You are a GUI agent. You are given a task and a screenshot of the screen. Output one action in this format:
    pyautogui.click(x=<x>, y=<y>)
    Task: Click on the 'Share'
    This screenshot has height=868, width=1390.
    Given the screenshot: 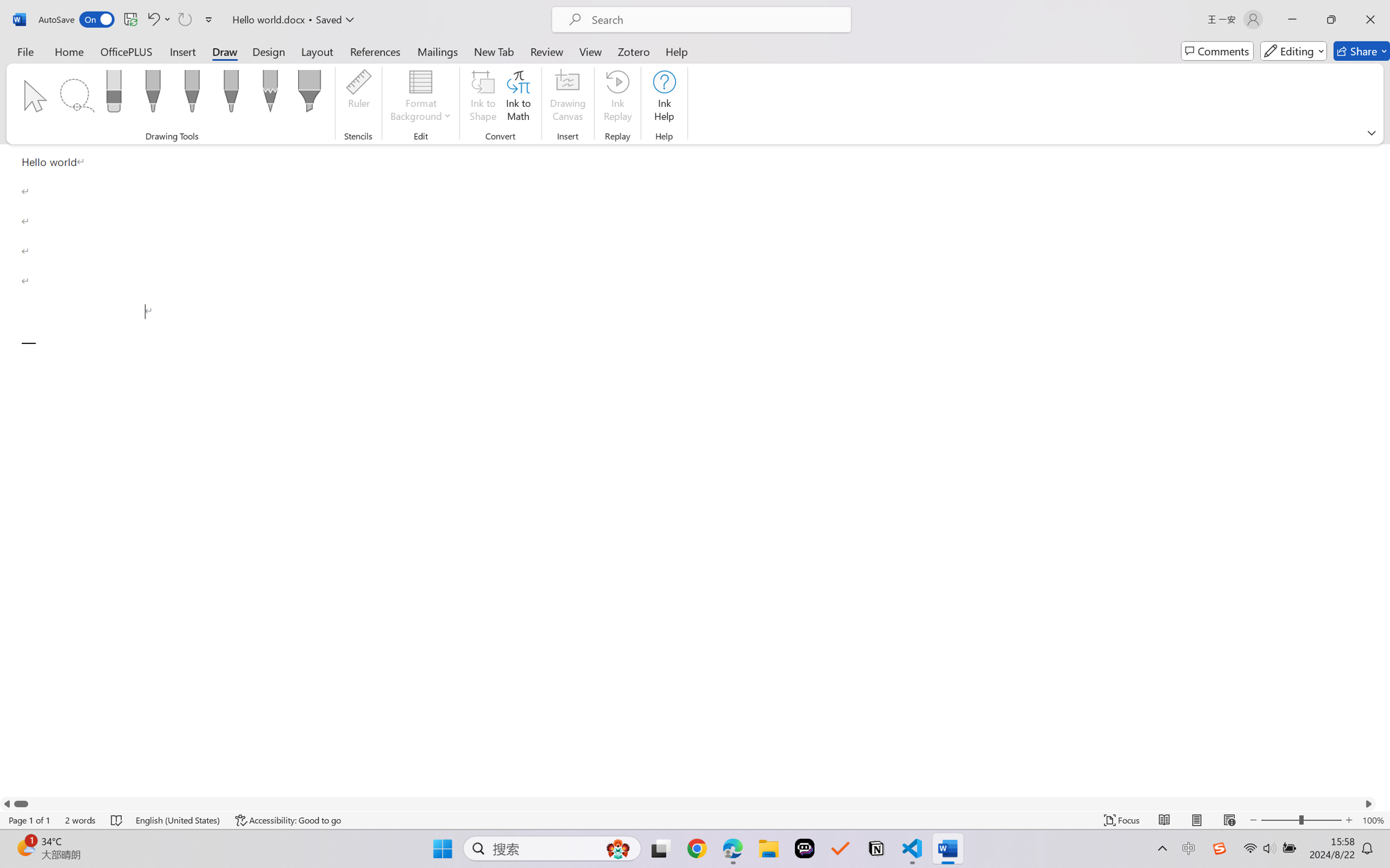 What is the action you would take?
    pyautogui.click(x=1361, y=51)
    